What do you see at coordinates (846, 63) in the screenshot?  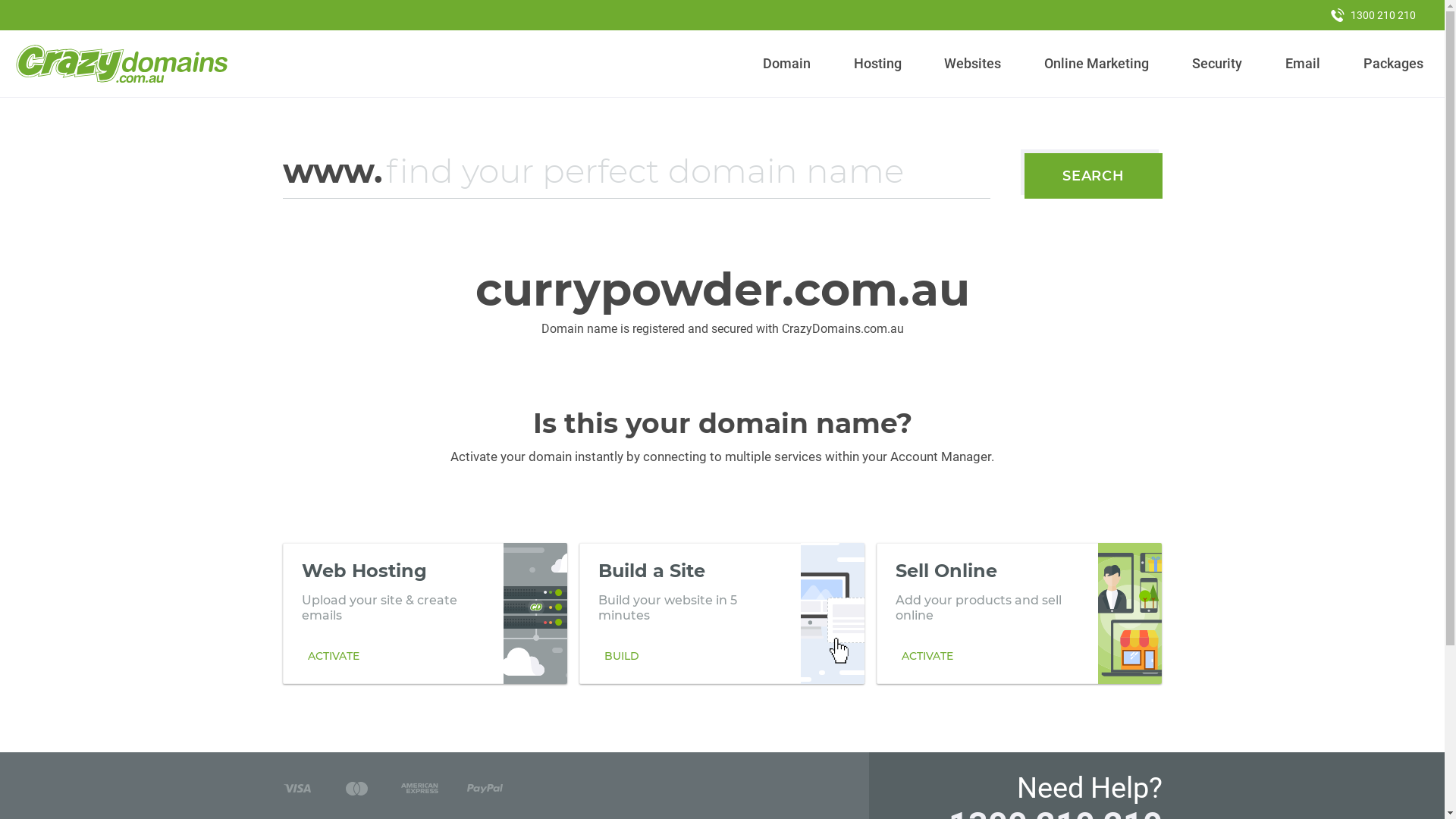 I see `'Hosting'` at bounding box center [846, 63].